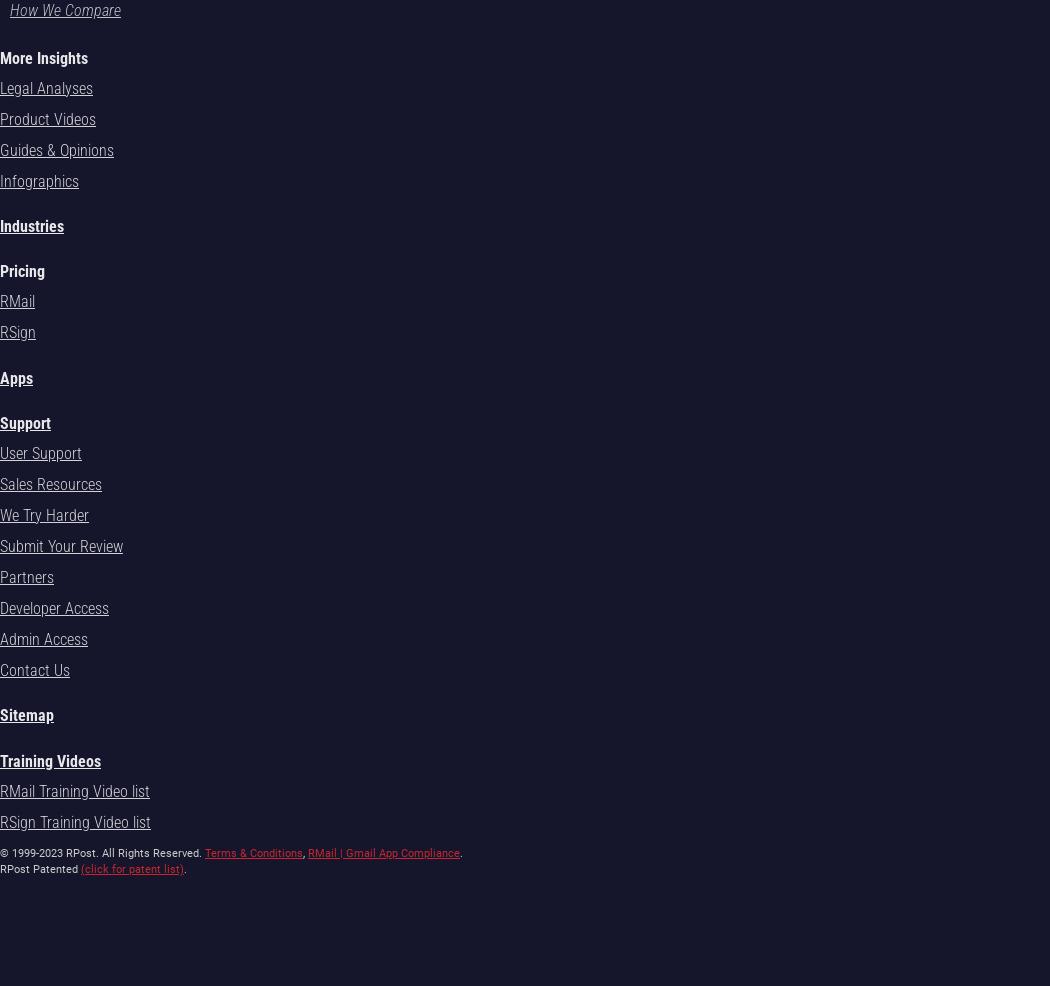 The height and width of the screenshot is (986, 1050). Describe the element at coordinates (383, 851) in the screenshot. I see `'RMail | Gmail App Compliance'` at that location.